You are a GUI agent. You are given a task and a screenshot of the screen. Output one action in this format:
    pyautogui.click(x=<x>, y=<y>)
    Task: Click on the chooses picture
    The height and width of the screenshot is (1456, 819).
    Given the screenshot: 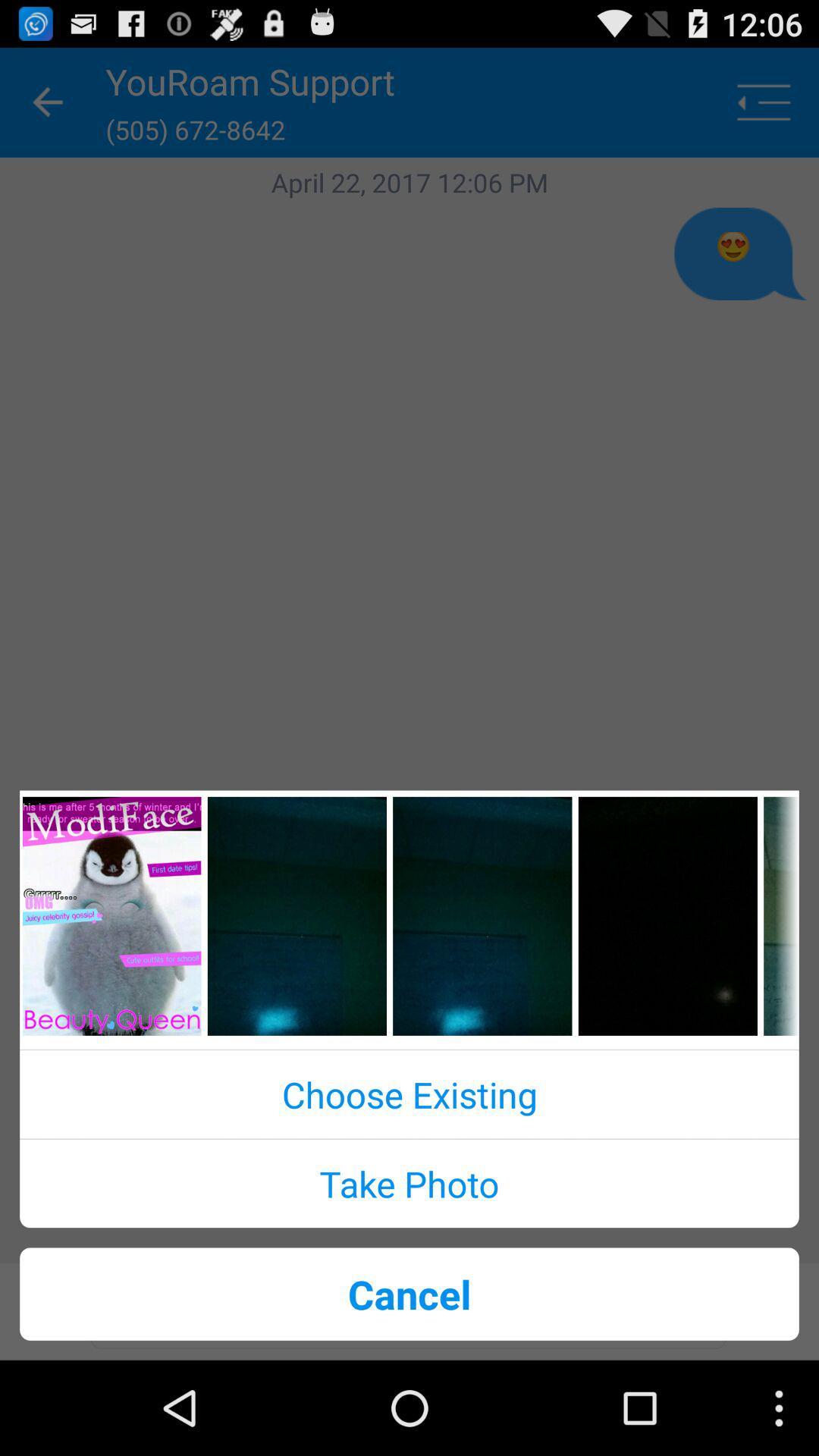 What is the action you would take?
    pyautogui.click(x=482, y=915)
    